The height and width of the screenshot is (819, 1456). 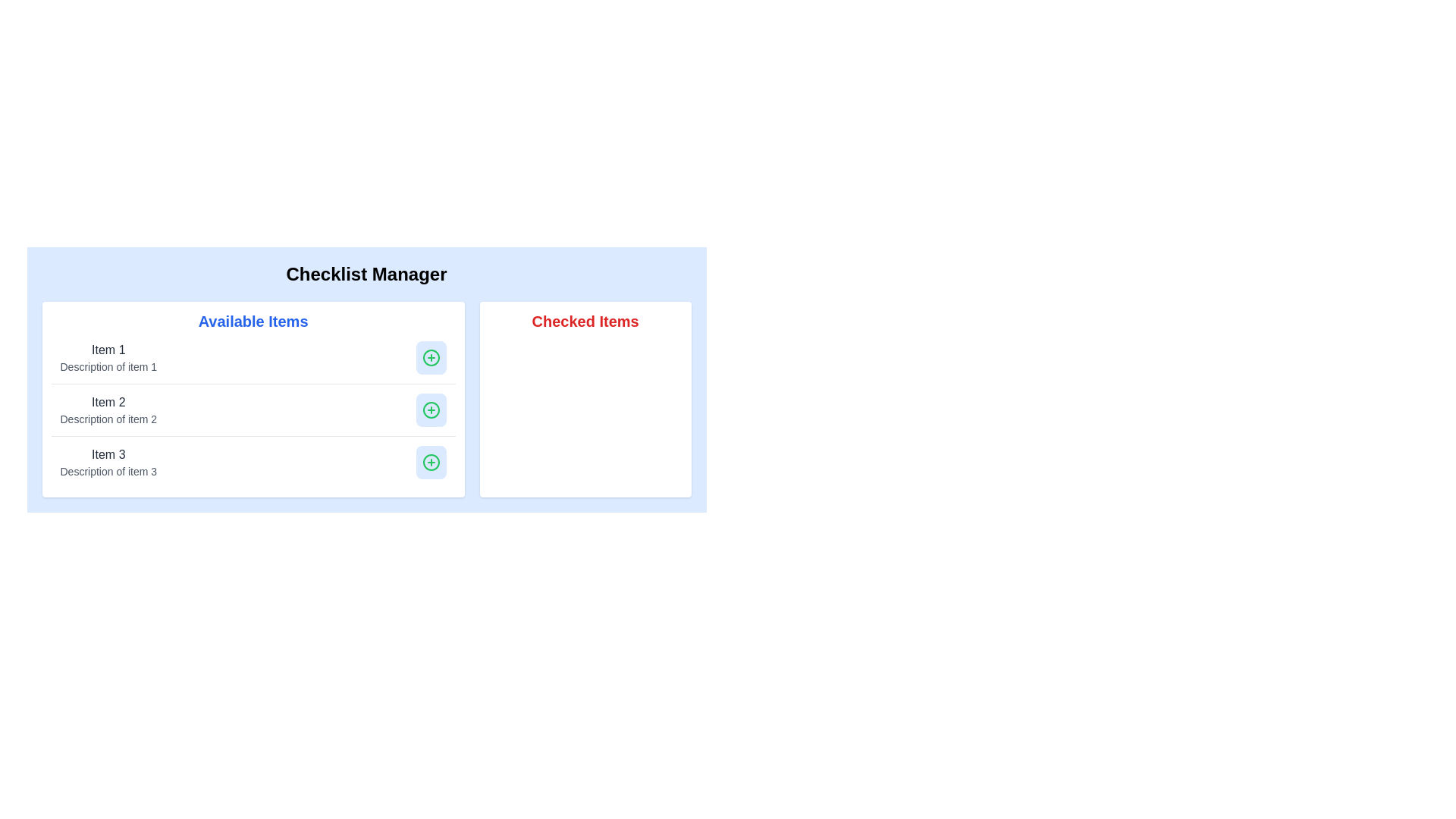 What do you see at coordinates (430, 461) in the screenshot?
I see `the button located to the right of 'Item 3' in the 'Available Items' section, aligned vertically in the third row` at bounding box center [430, 461].